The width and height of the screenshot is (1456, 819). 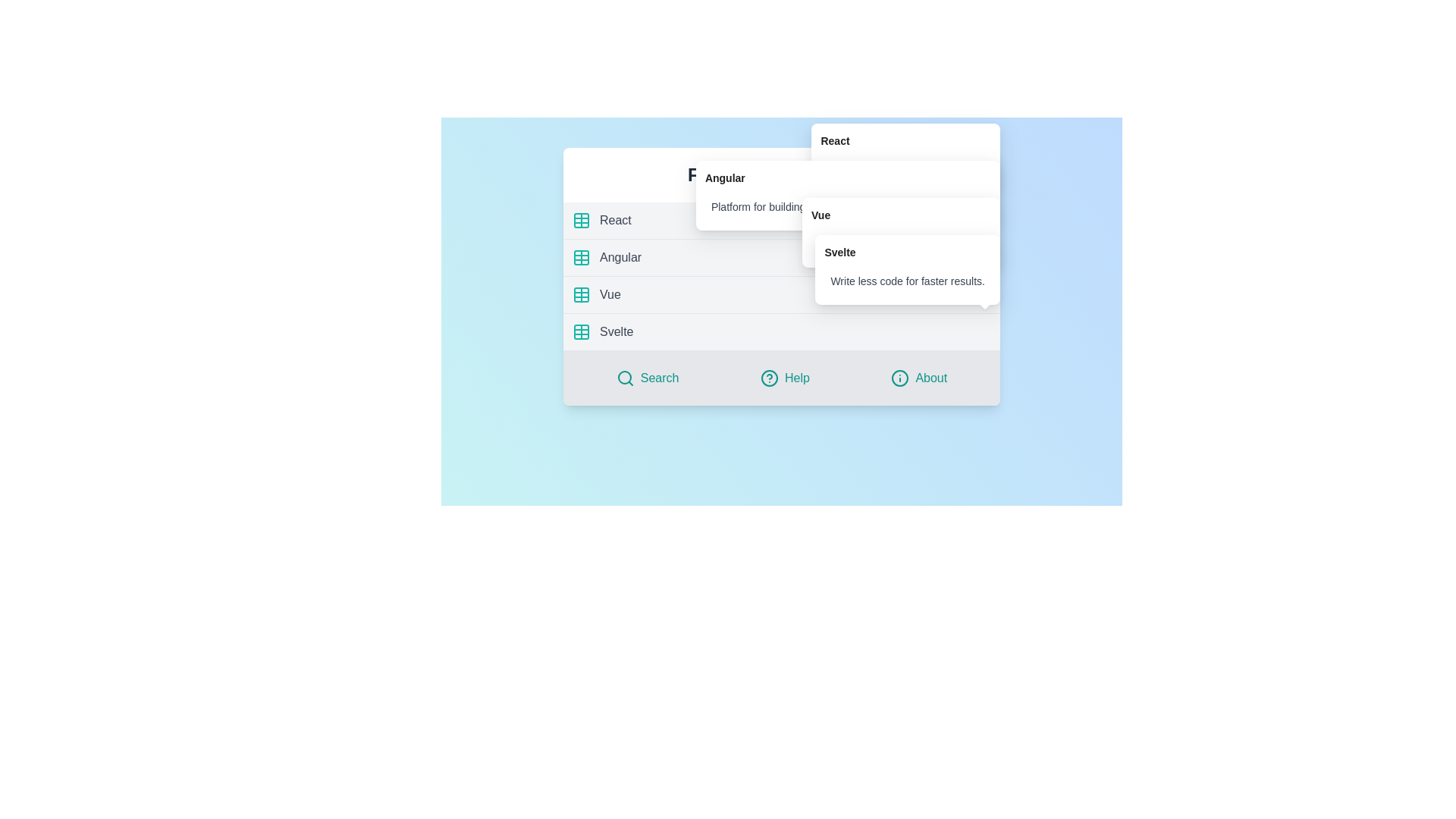 What do you see at coordinates (625, 377) in the screenshot?
I see `the magnifying glass icon, which symbolizes the search function` at bounding box center [625, 377].